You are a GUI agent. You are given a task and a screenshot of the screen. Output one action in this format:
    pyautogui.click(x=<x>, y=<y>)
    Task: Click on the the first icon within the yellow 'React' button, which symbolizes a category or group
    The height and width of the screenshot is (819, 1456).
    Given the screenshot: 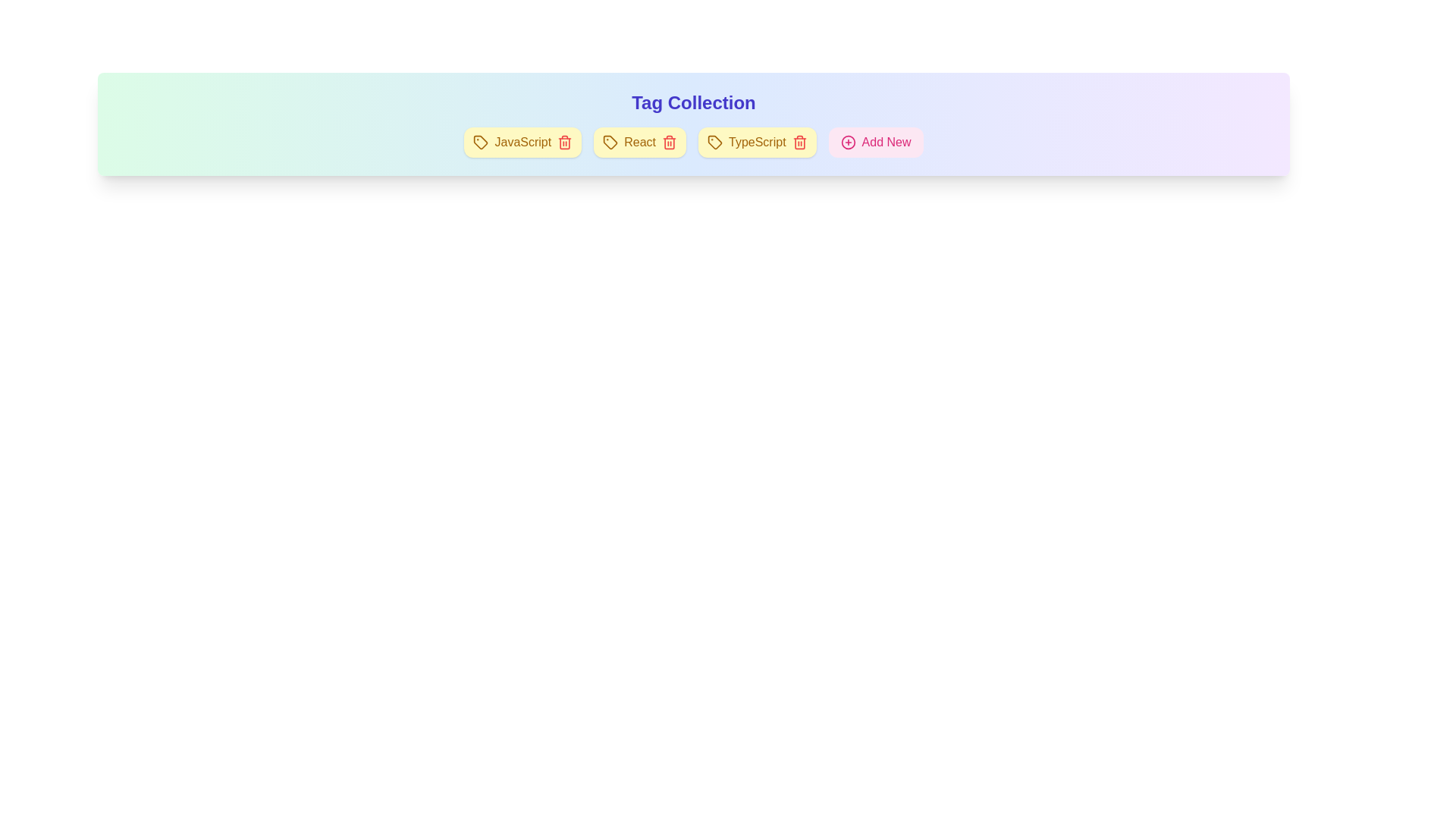 What is the action you would take?
    pyautogui.click(x=610, y=143)
    